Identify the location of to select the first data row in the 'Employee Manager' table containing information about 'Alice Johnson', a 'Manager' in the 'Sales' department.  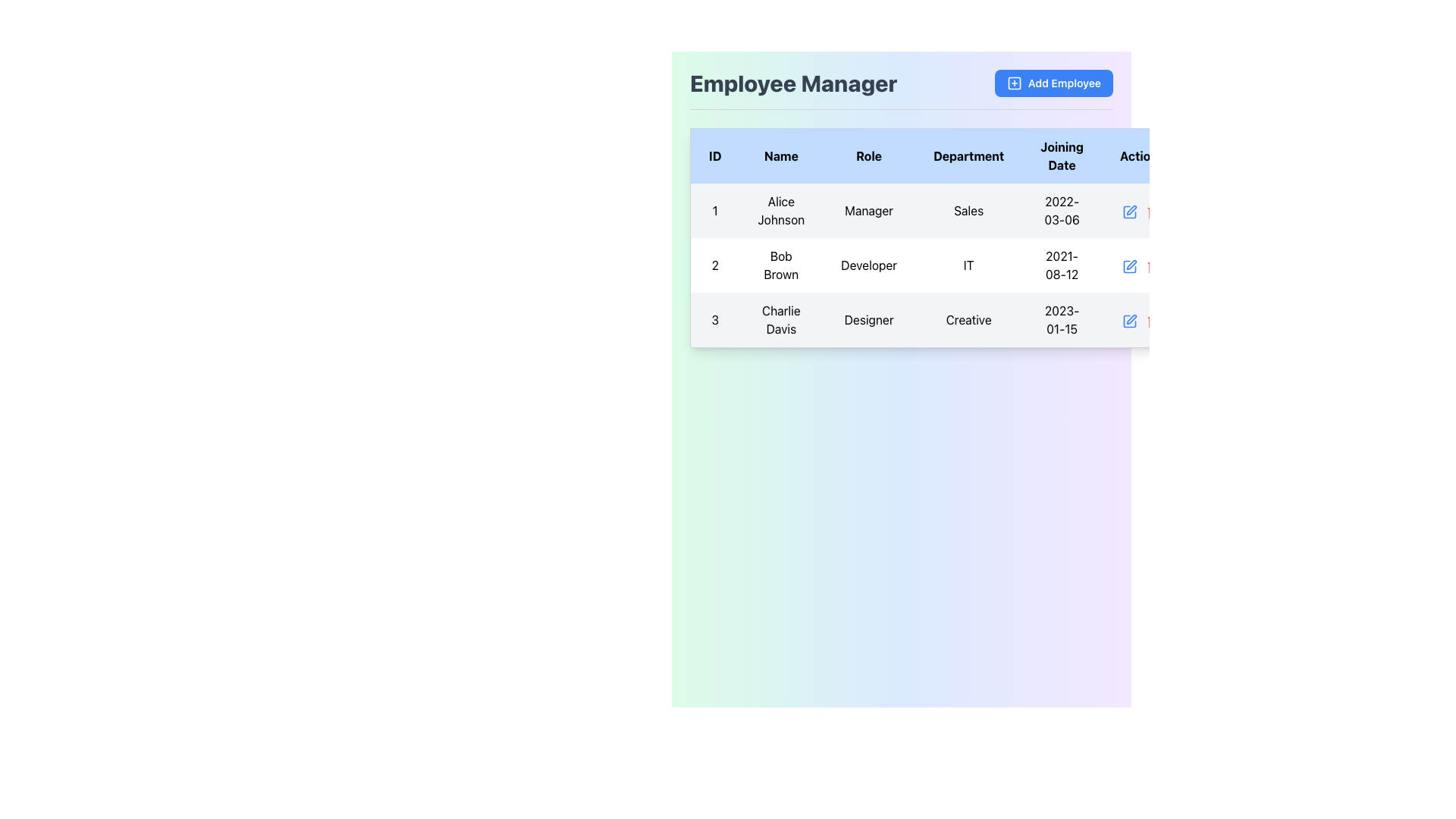
(935, 210).